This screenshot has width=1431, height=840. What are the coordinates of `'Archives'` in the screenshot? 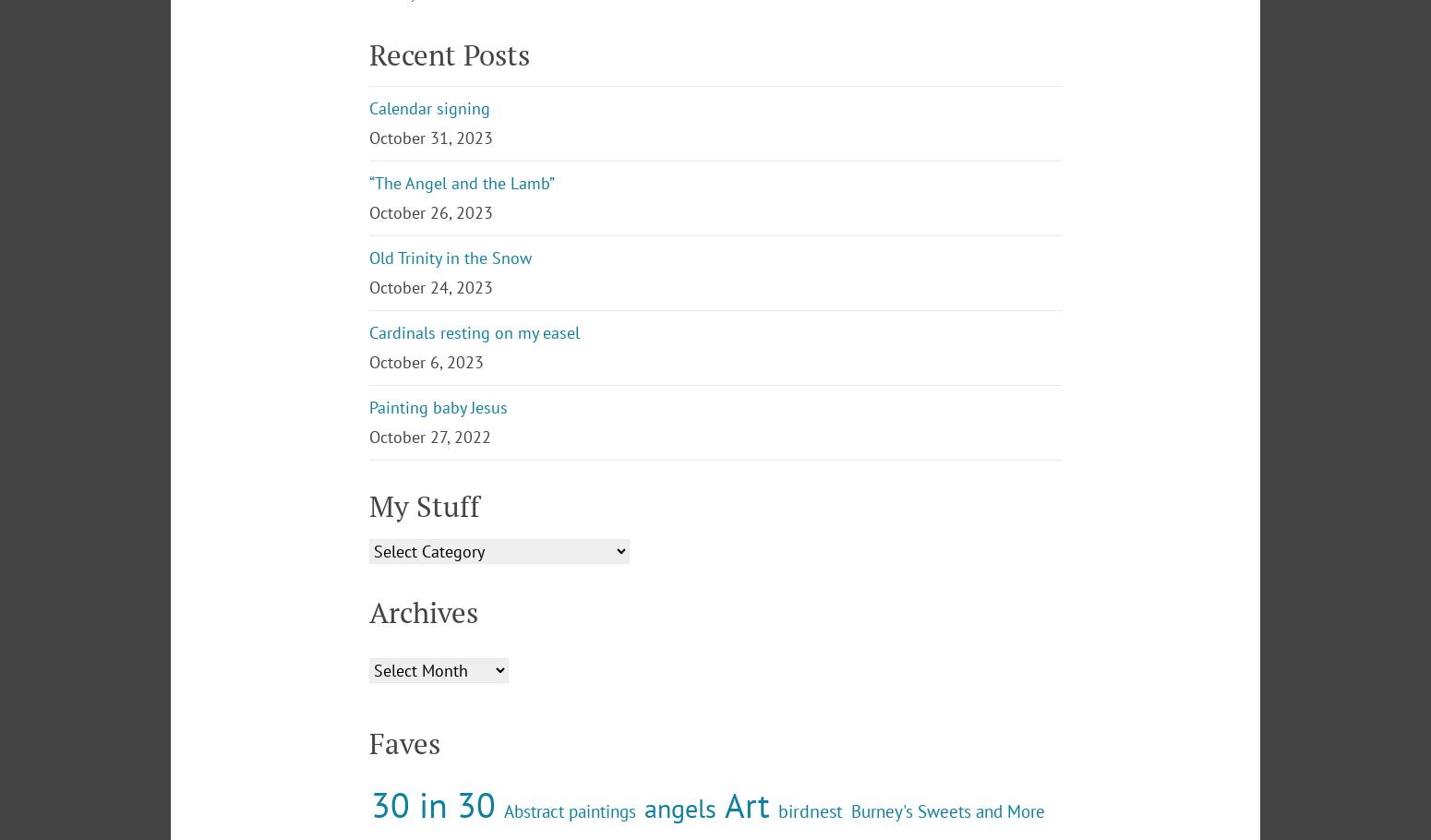 It's located at (369, 763).